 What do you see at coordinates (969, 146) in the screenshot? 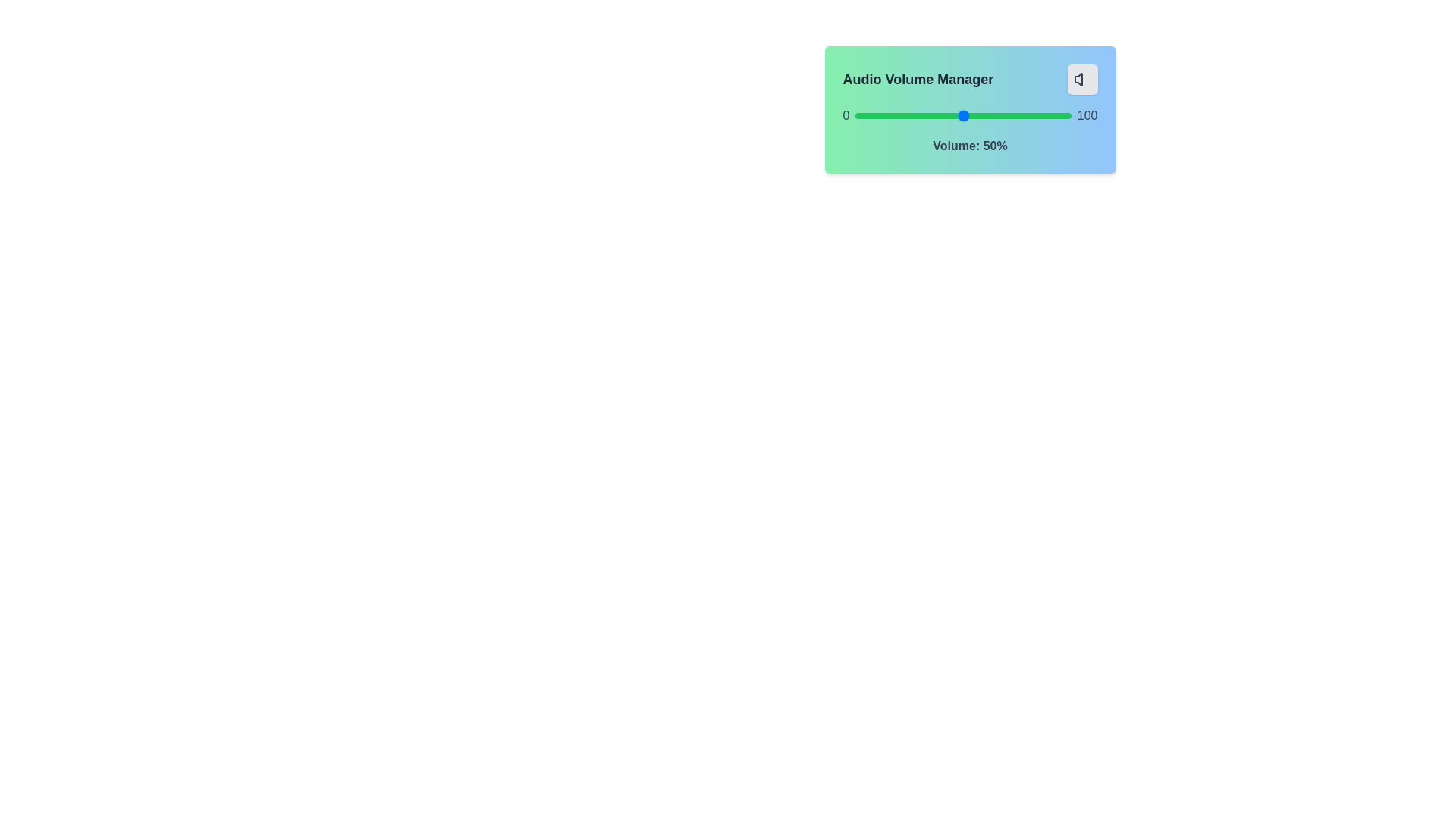
I see `the centered text block displaying 'Volume: 50%' which is styled in bold medium-gray against a gradient background` at bounding box center [969, 146].